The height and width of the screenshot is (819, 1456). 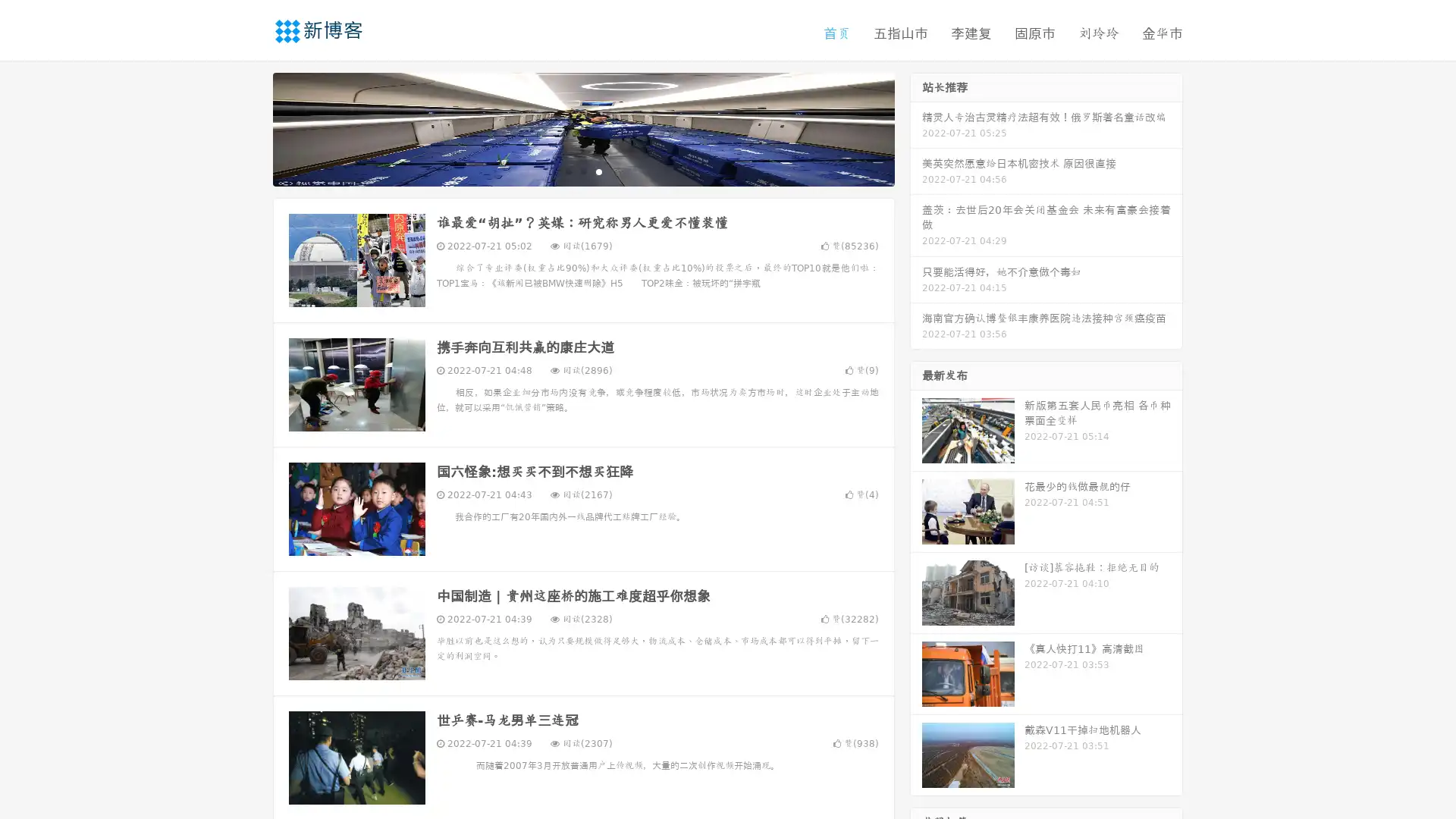 What do you see at coordinates (250, 127) in the screenshot?
I see `Previous slide` at bounding box center [250, 127].